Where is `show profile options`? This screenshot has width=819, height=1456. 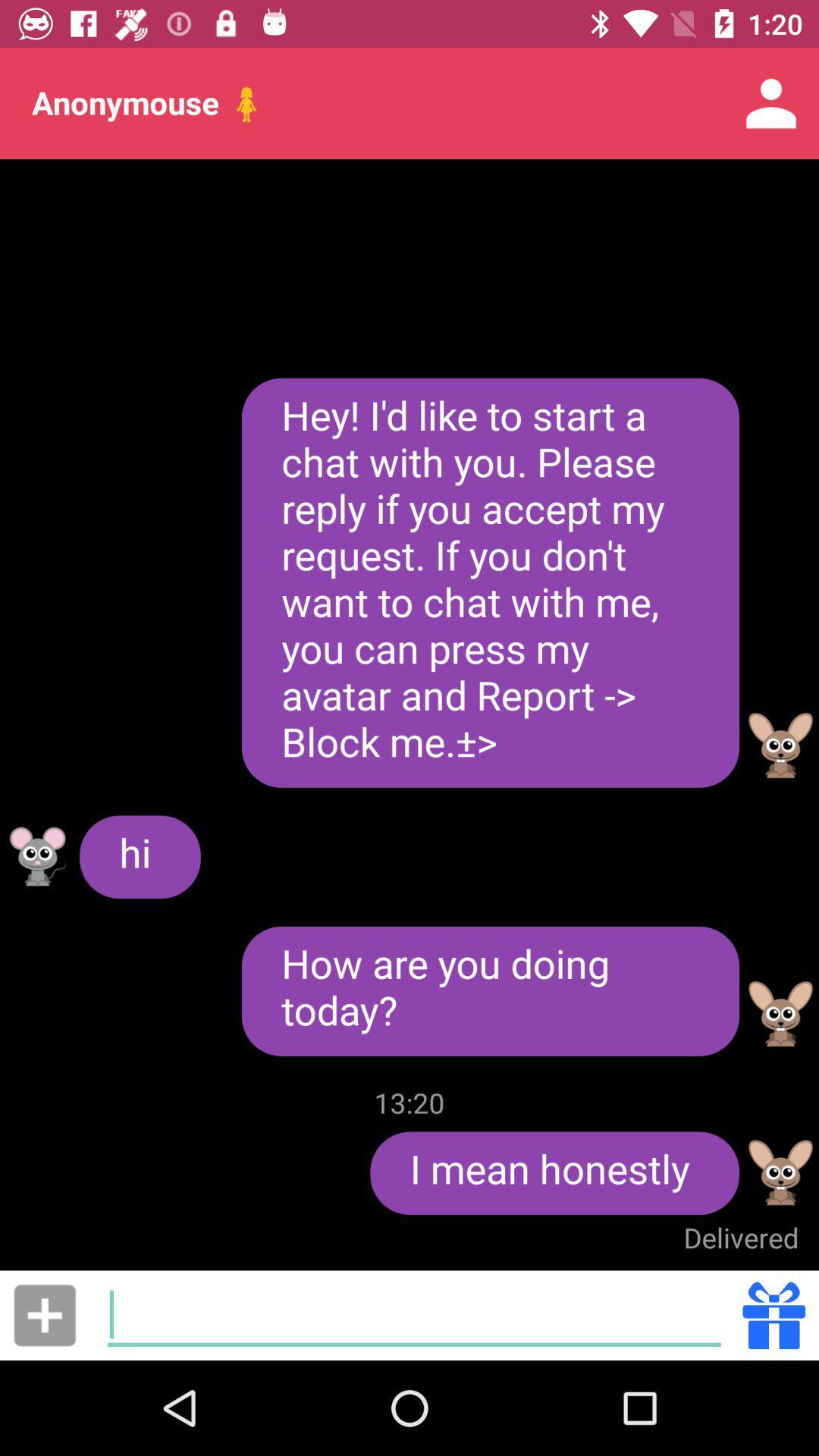
show profile options is located at coordinates (780, 1172).